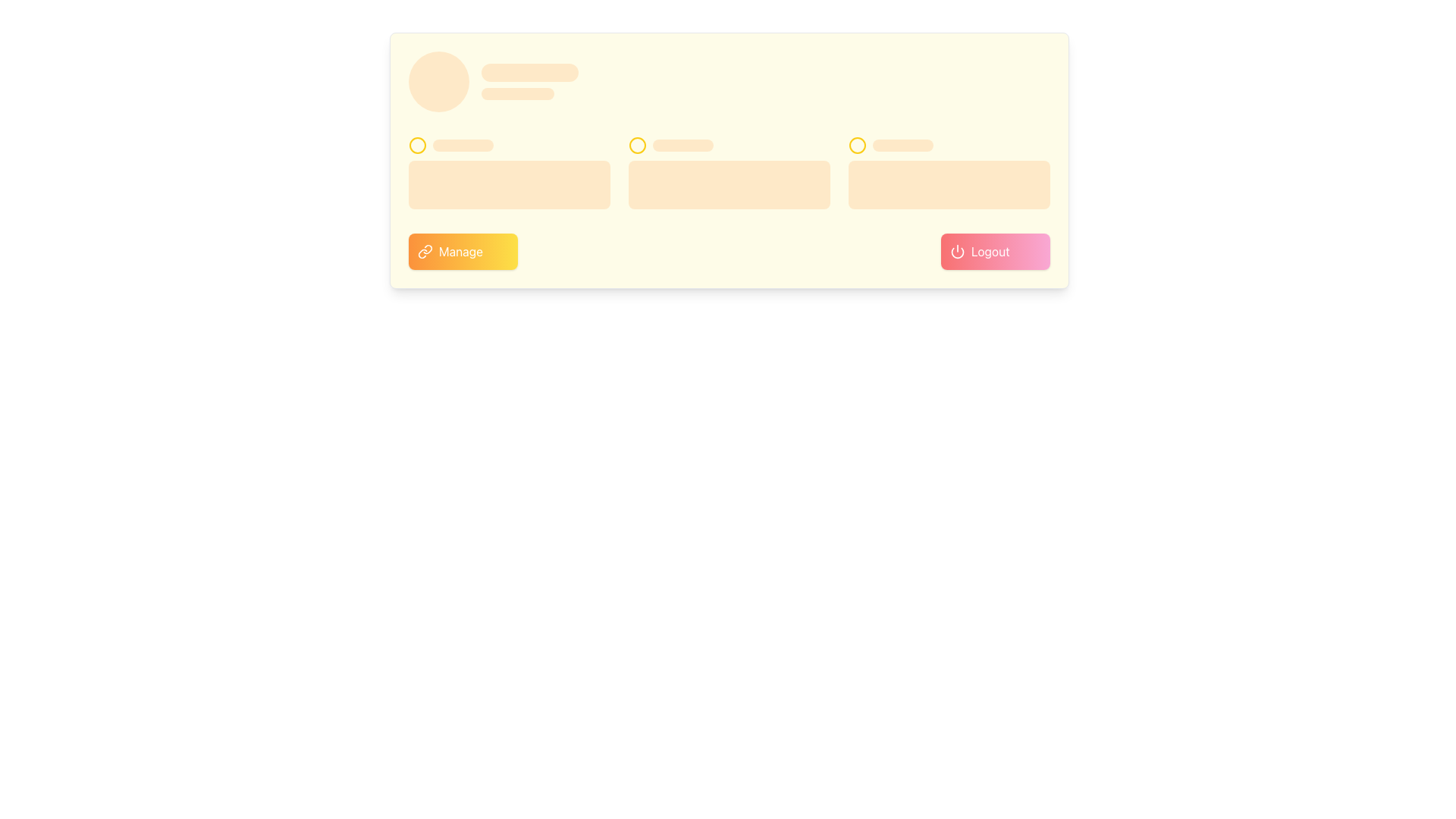  Describe the element at coordinates (460, 250) in the screenshot. I see `text content of the 'Manage' button, which is styled in white color and integrated within a yellow-orange rounded button` at that location.